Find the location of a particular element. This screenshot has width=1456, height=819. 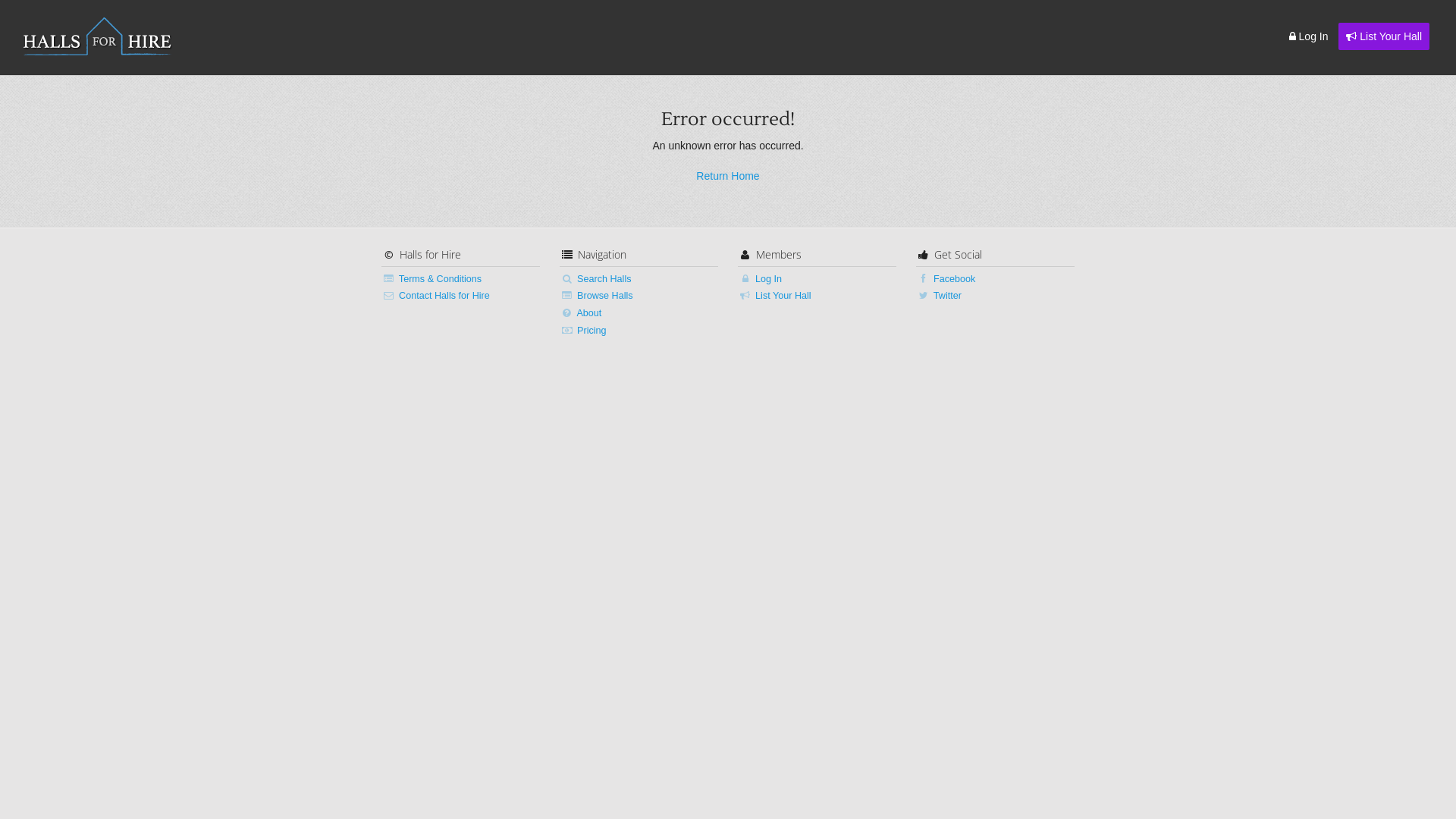

'Contact Halls for Hire' is located at coordinates (460, 296).